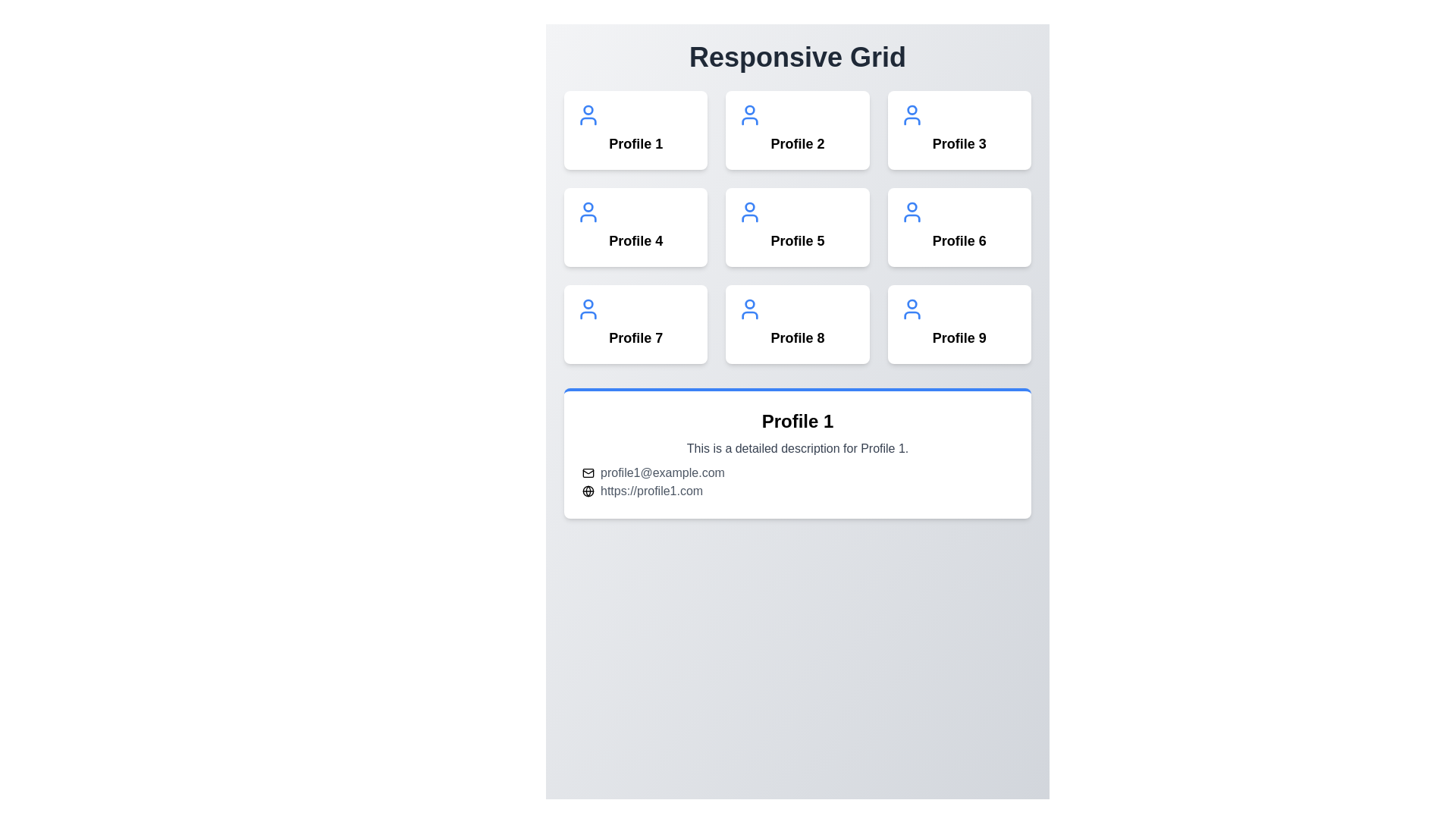 Image resolution: width=1456 pixels, height=819 pixels. Describe the element at coordinates (750, 207) in the screenshot. I see `the circular SVG element representing a detail of the user profile icon located at the center of the 'Profile 5' card in the grid` at that location.